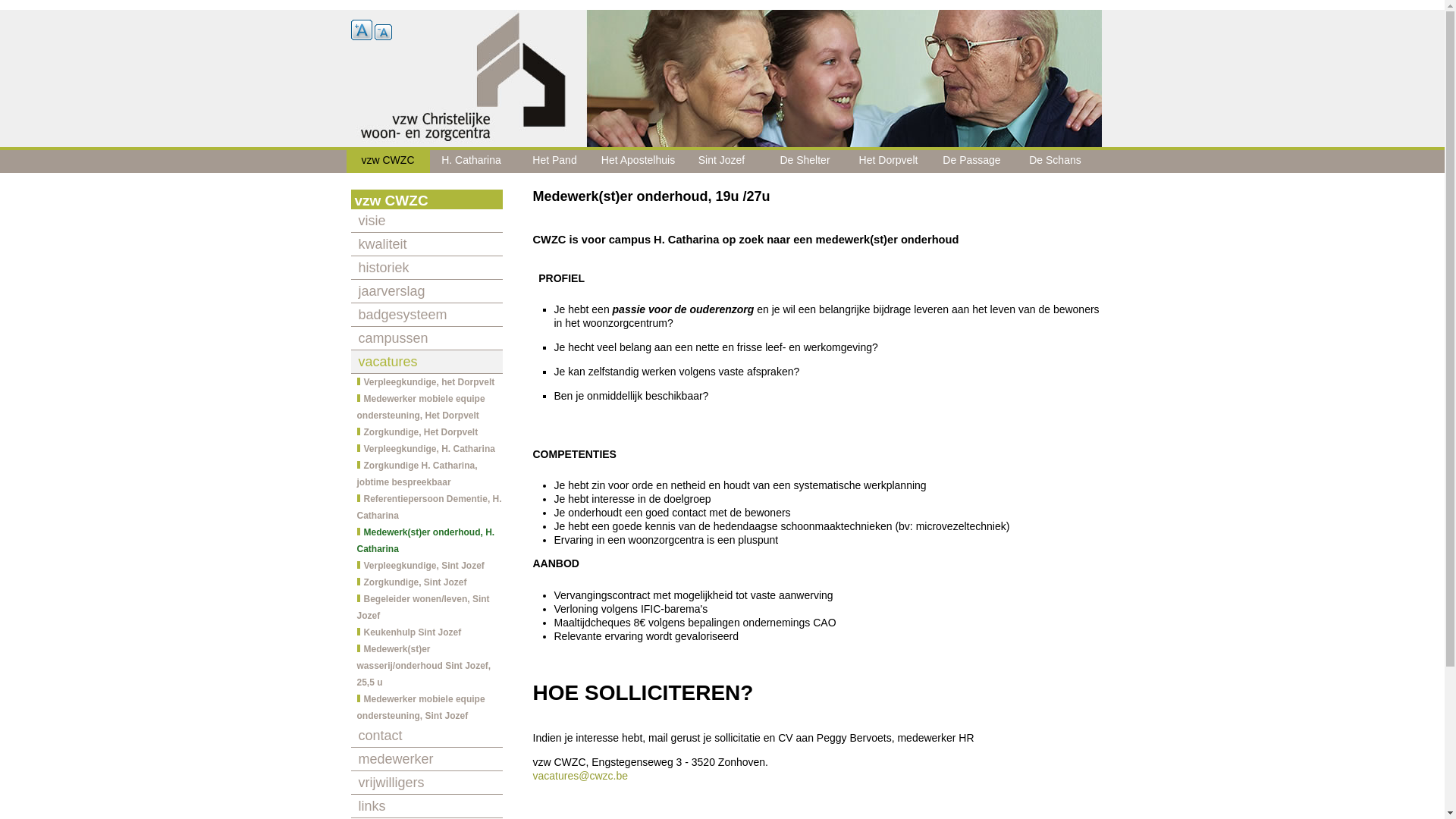 Image resolution: width=1456 pixels, height=819 pixels. I want to click on 'Het Dorpvelt', so click(888, 160).